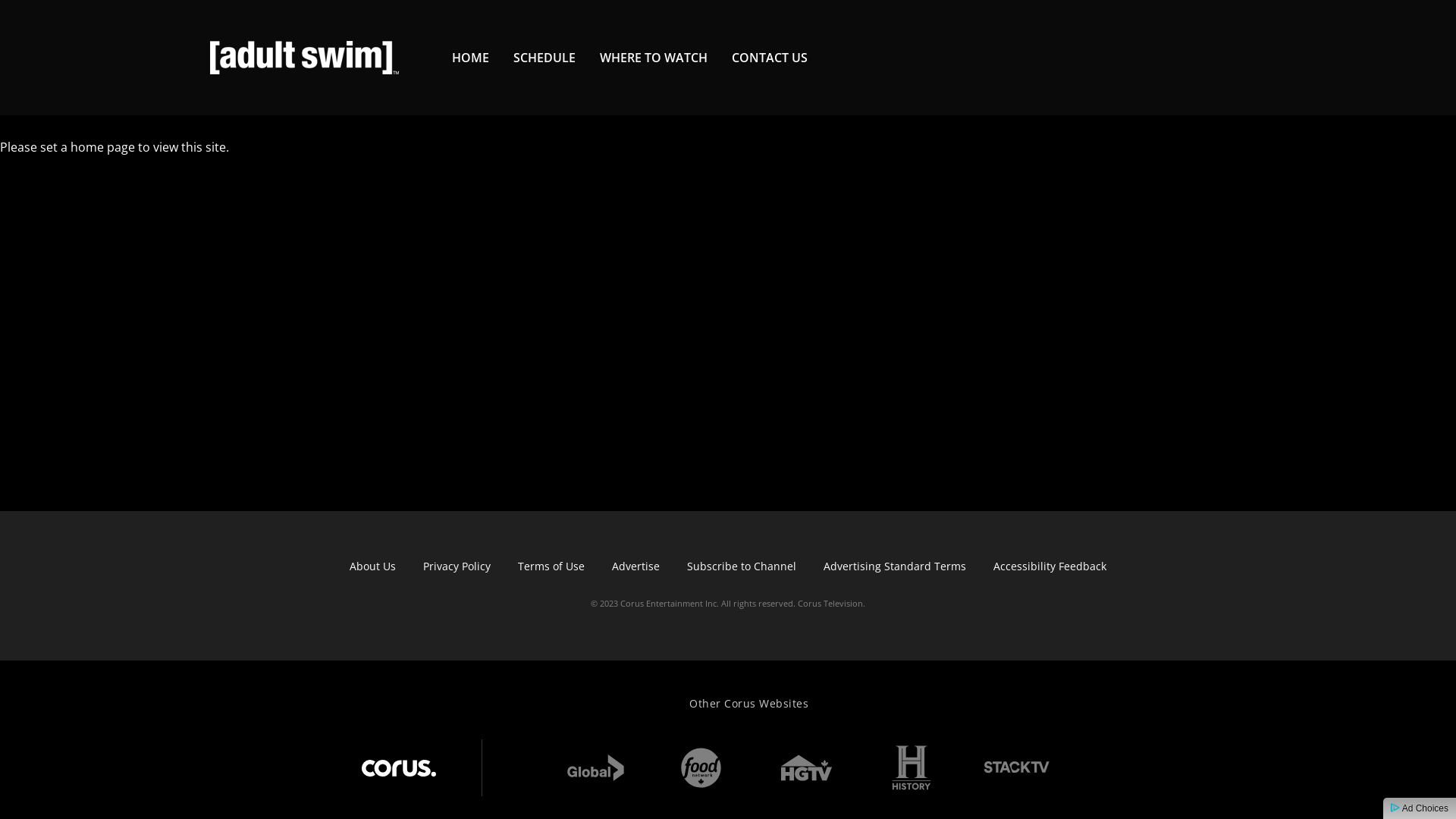 The image size is (1456, 819). What do you see at coordinates (910, 767) in the screenshot?
I see `'History'` at bounding box center [910, 767].